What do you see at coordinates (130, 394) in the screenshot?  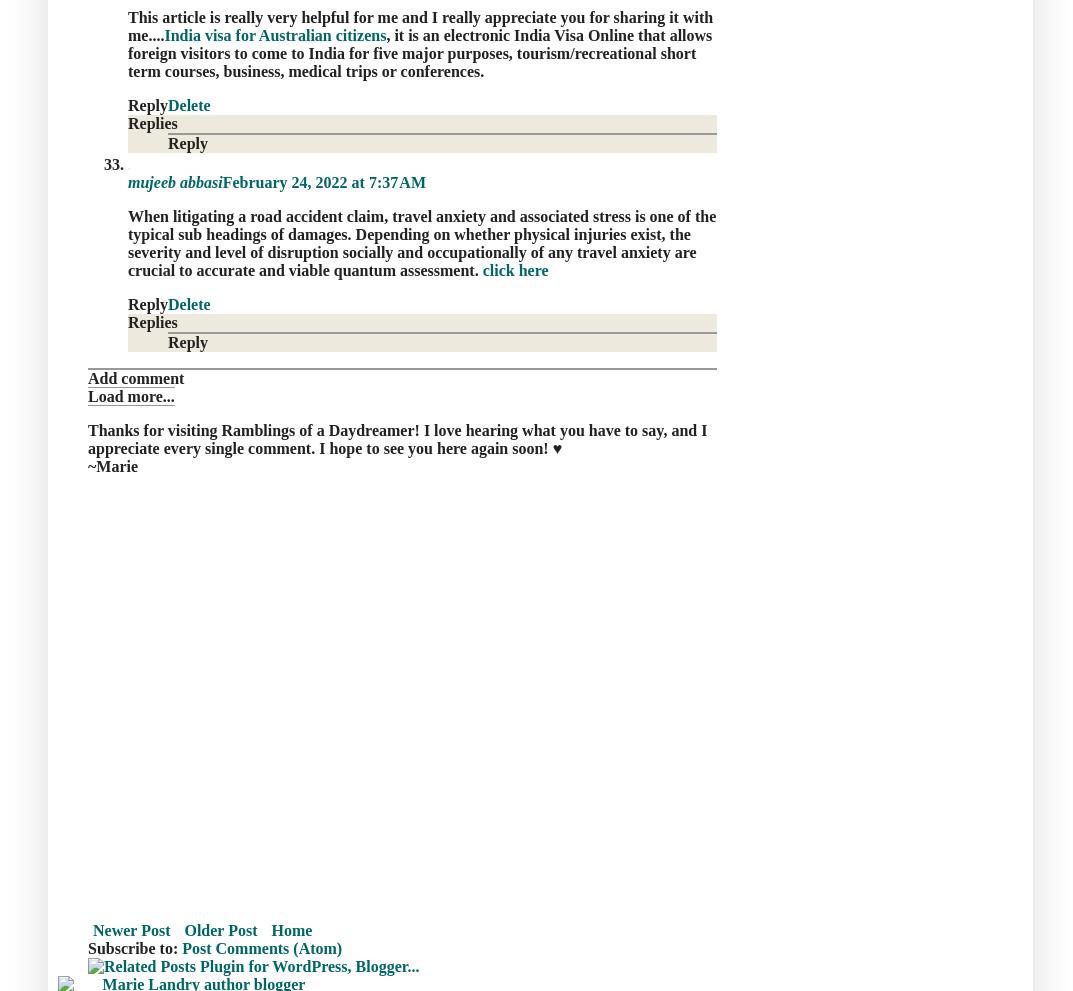 I see `'Load more...'` at bounding box center [130, 394].